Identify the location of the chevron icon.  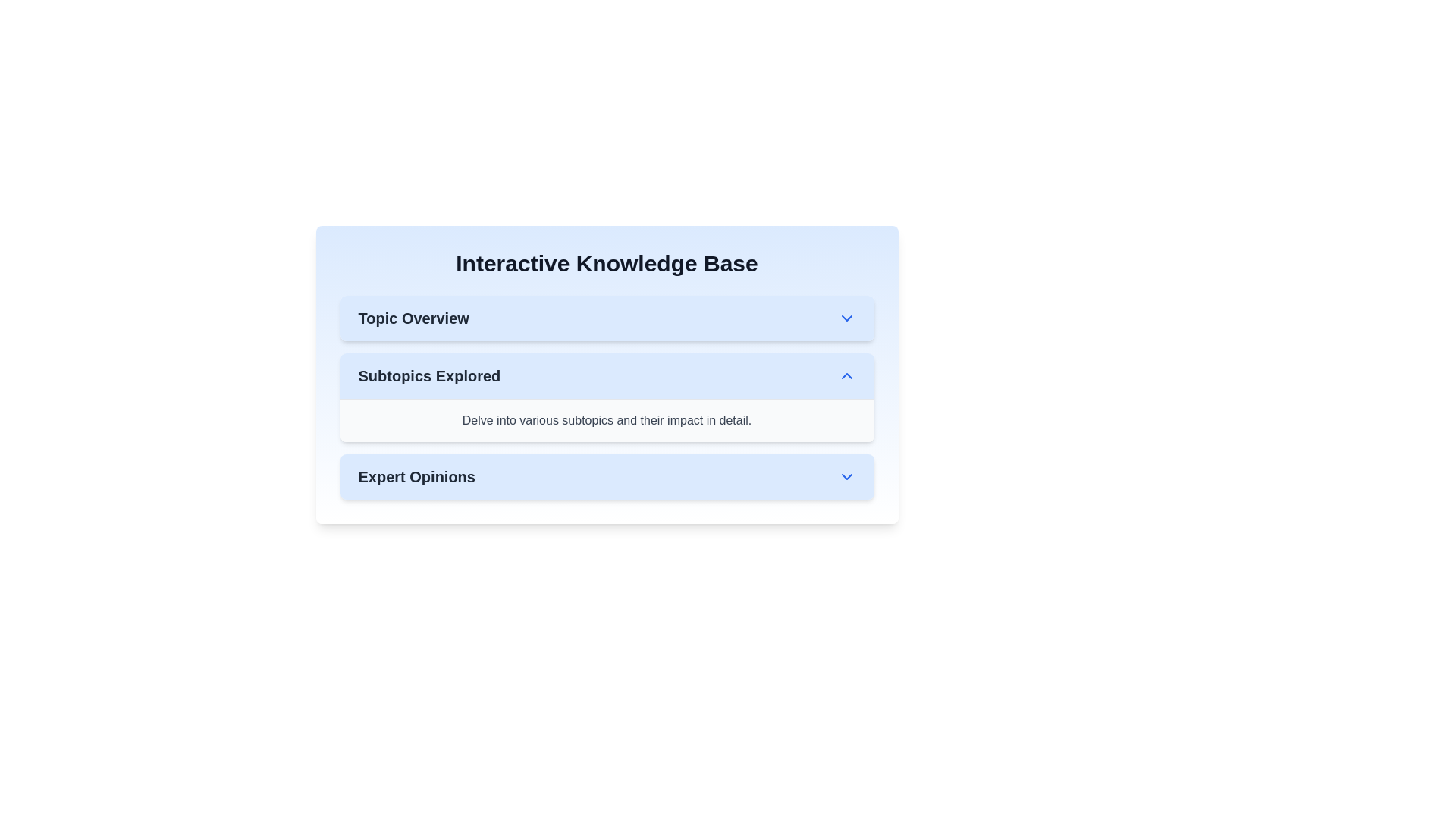
(846, 375).